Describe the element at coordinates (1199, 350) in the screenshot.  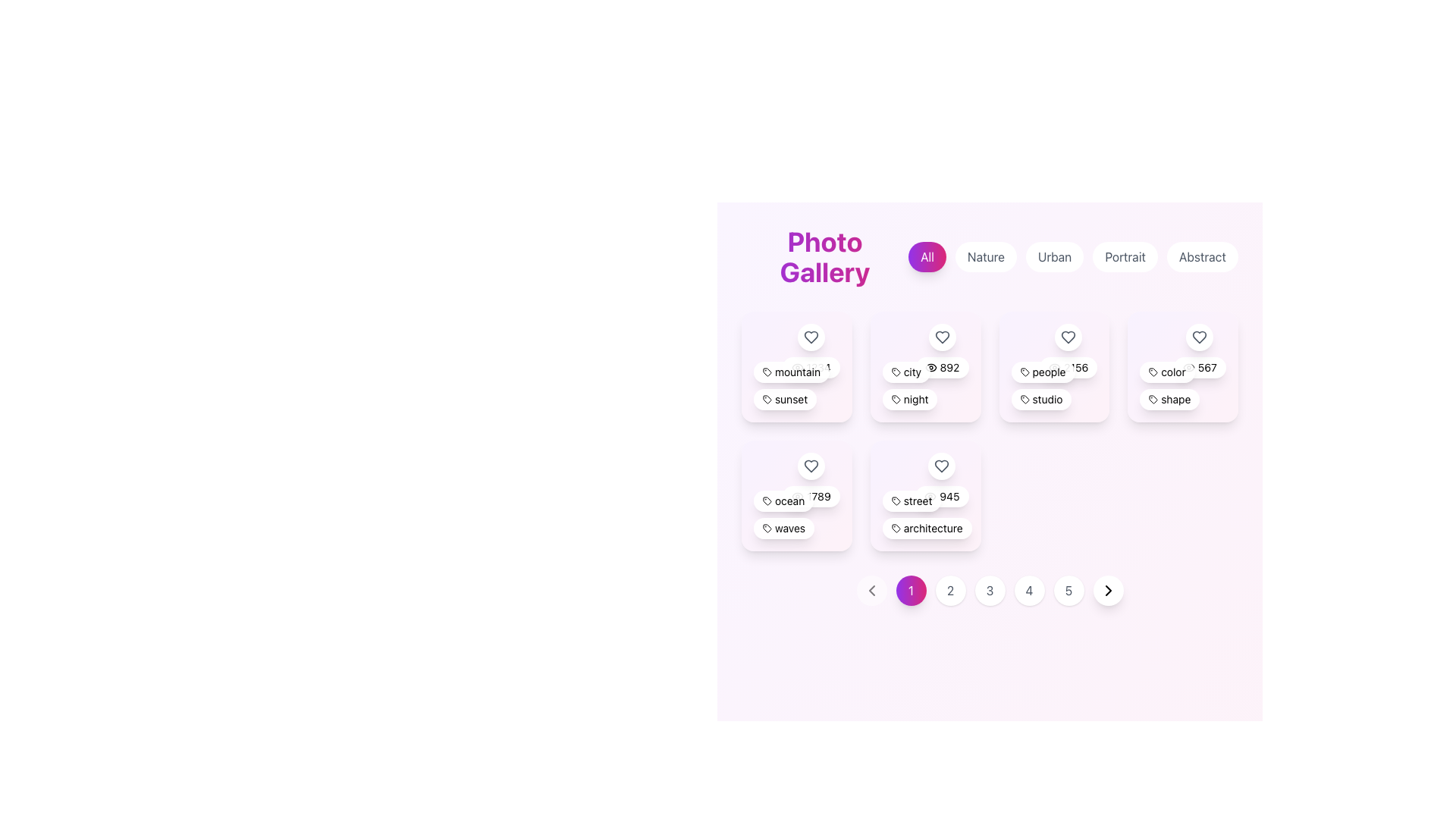
I see `the heart icon button enclosed within a white circular button at the top-right corner of the sixth card in the grid layout to like or favorite the item` at that location.